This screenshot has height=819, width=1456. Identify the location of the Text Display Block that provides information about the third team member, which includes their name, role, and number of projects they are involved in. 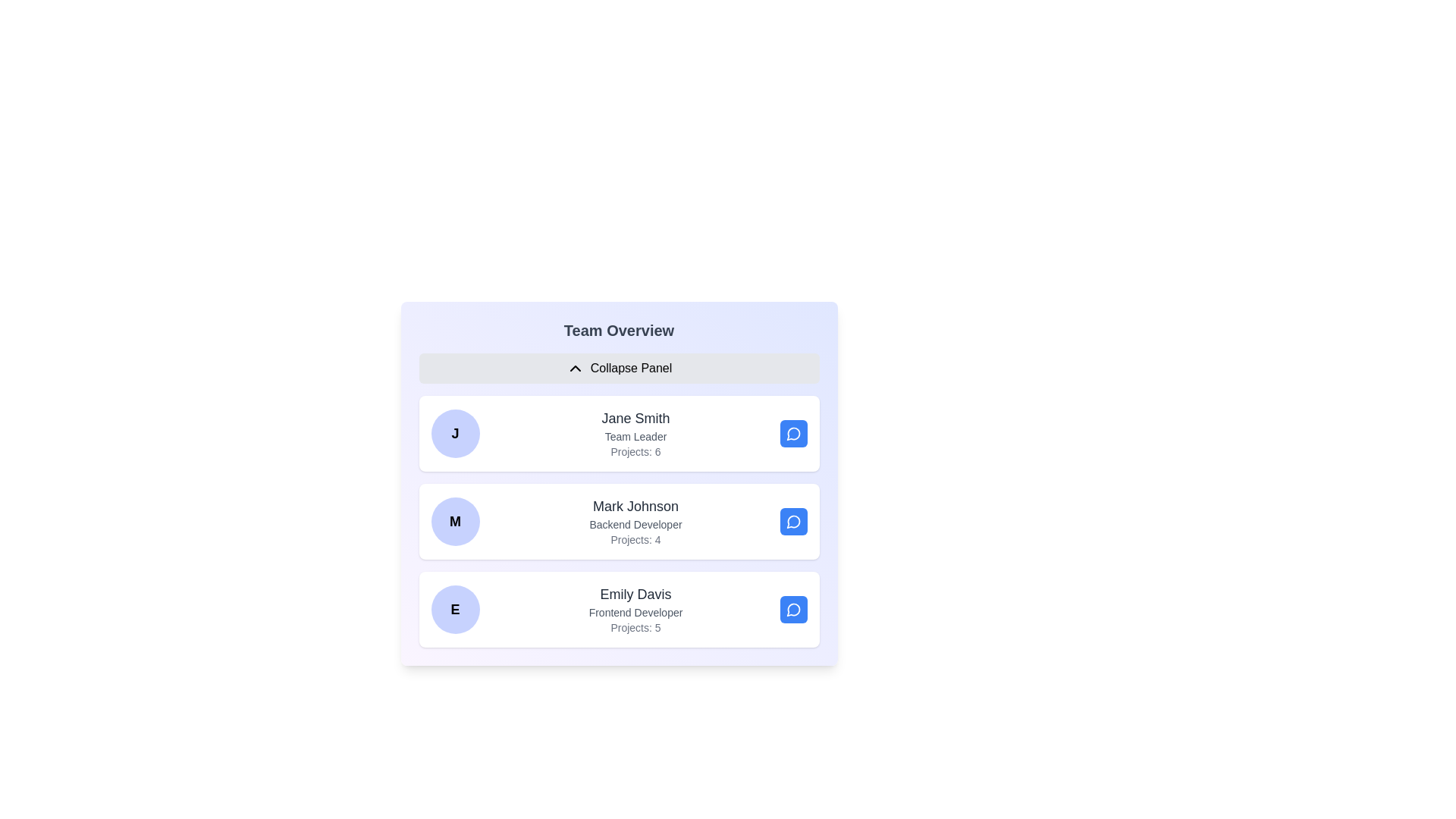
(635, 608).